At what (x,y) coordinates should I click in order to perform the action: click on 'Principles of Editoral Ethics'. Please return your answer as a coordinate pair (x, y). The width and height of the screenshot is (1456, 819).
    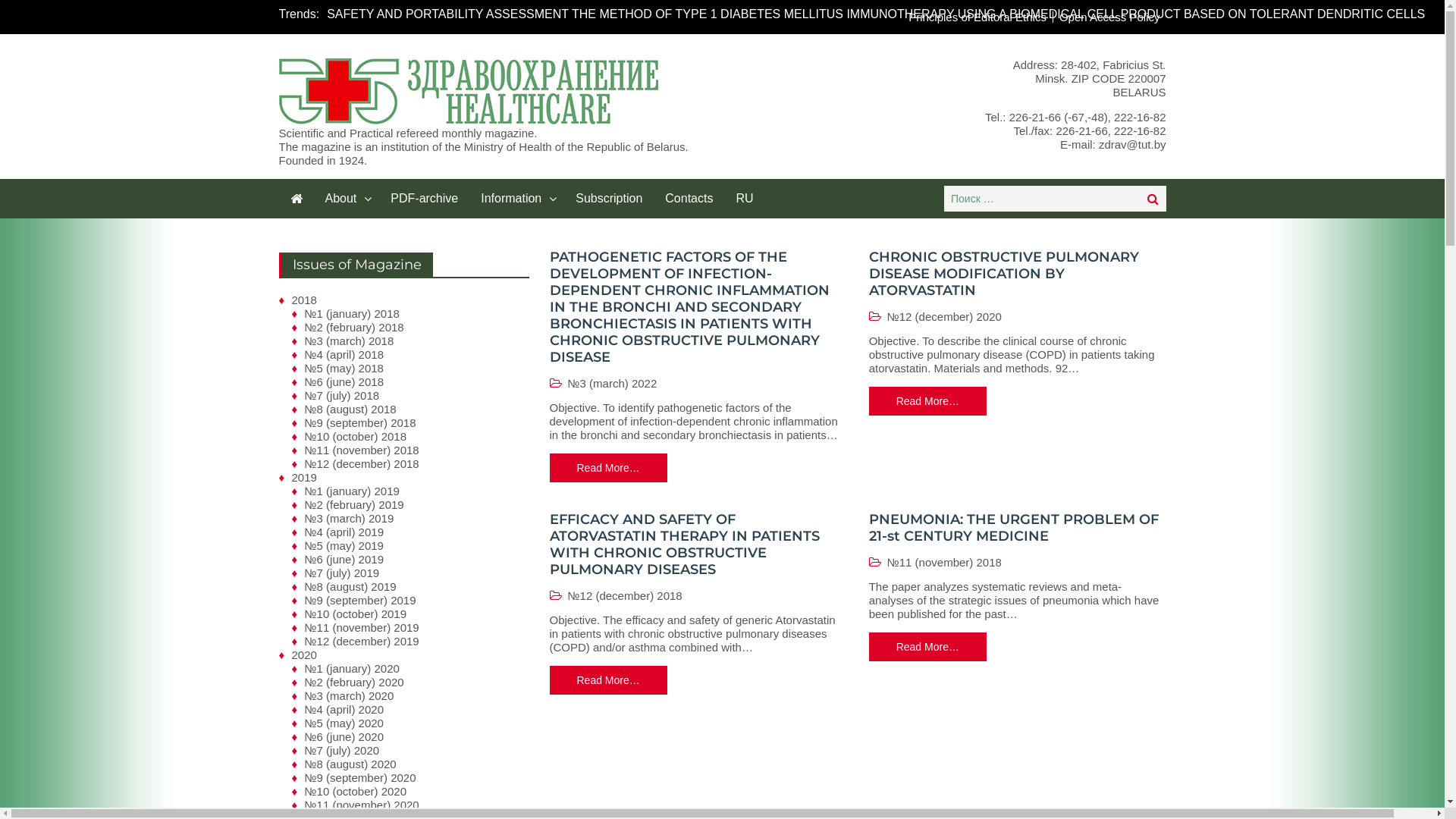
    Looking at the image, I should click on (977, 17).